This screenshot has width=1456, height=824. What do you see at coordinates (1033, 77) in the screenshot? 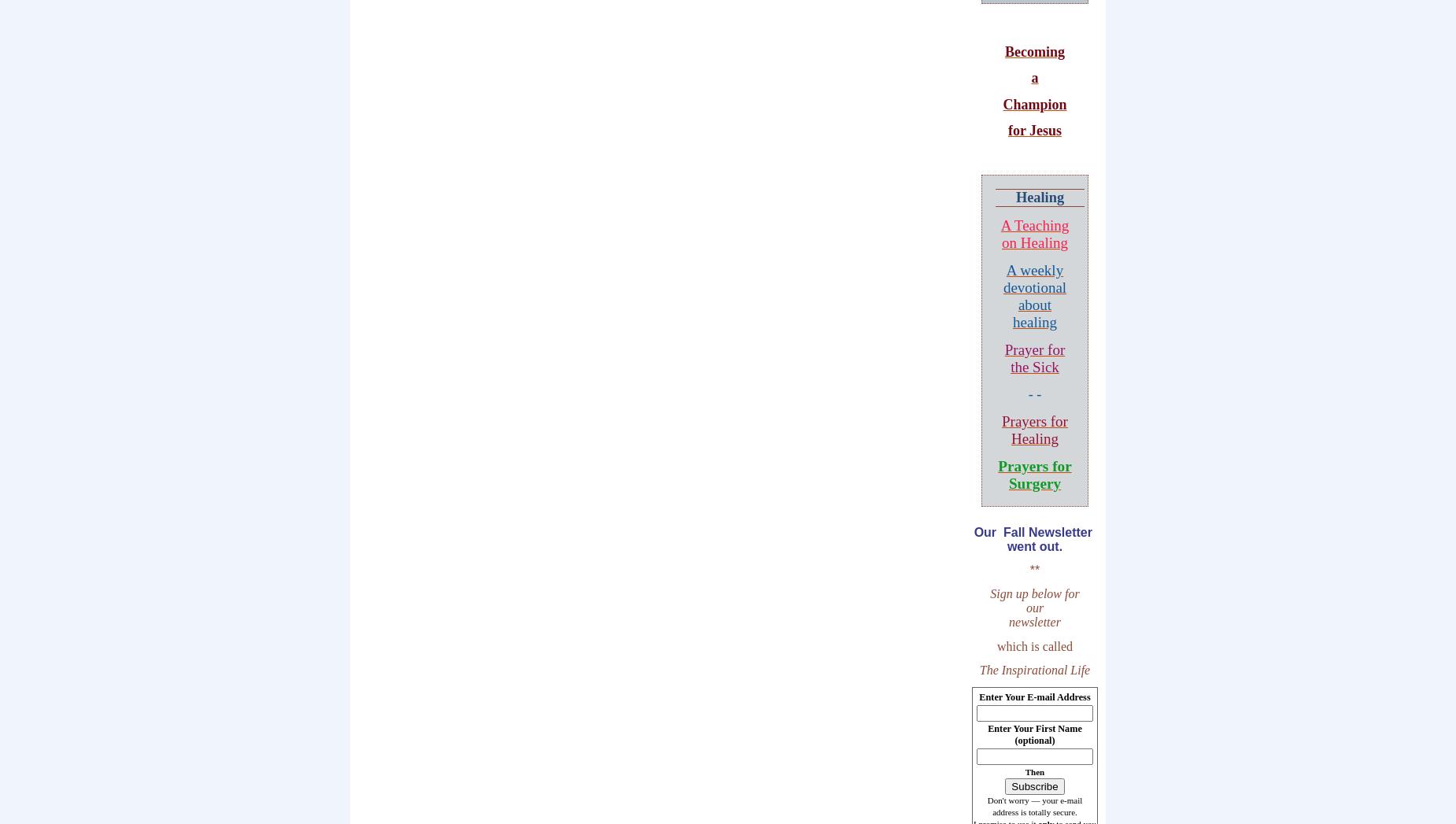
I see `'a'` at bounding box center [1033, 77].